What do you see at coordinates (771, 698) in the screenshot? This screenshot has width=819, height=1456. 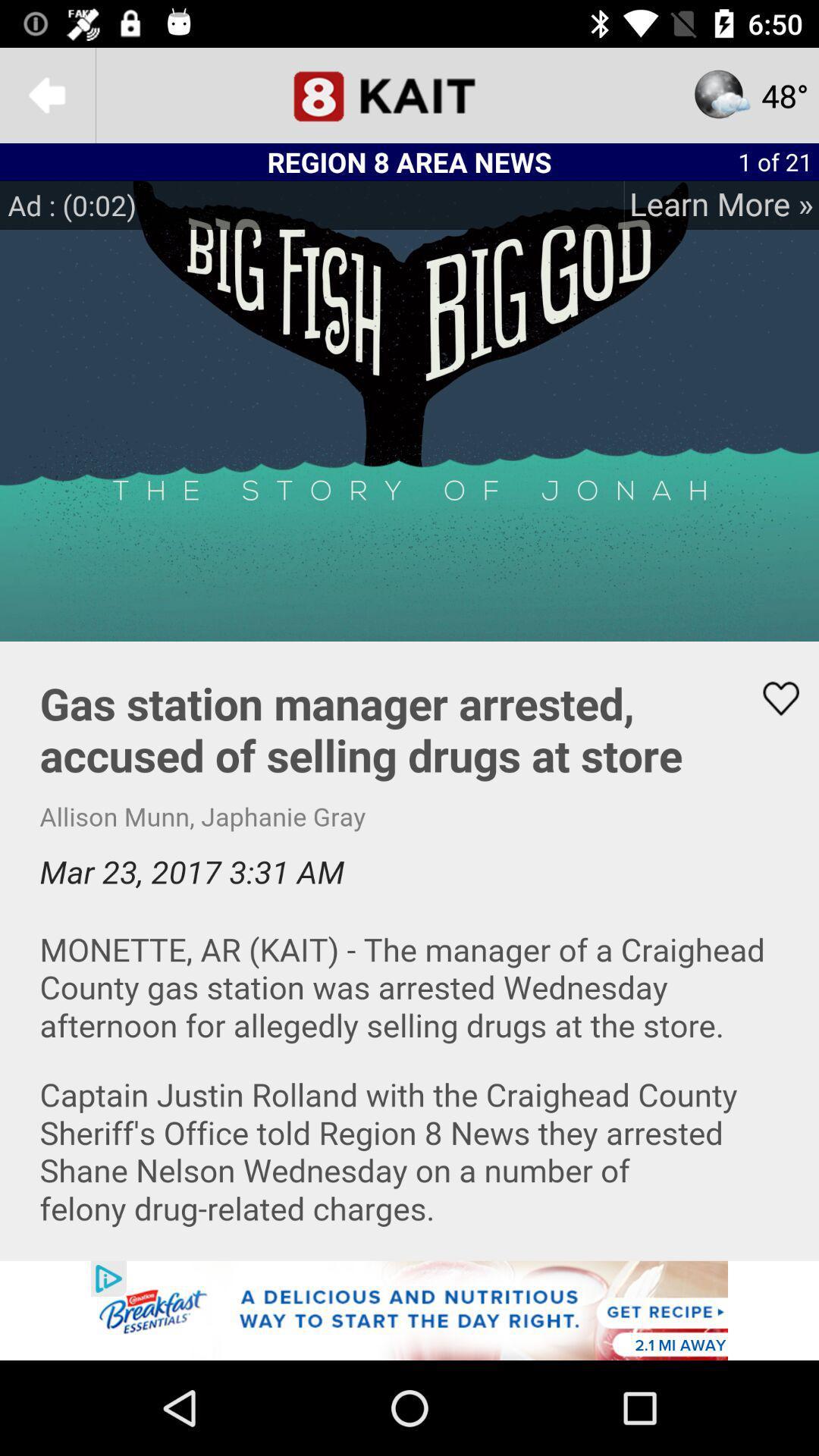 I see `highlighted button` at bounding box center [771, 698].